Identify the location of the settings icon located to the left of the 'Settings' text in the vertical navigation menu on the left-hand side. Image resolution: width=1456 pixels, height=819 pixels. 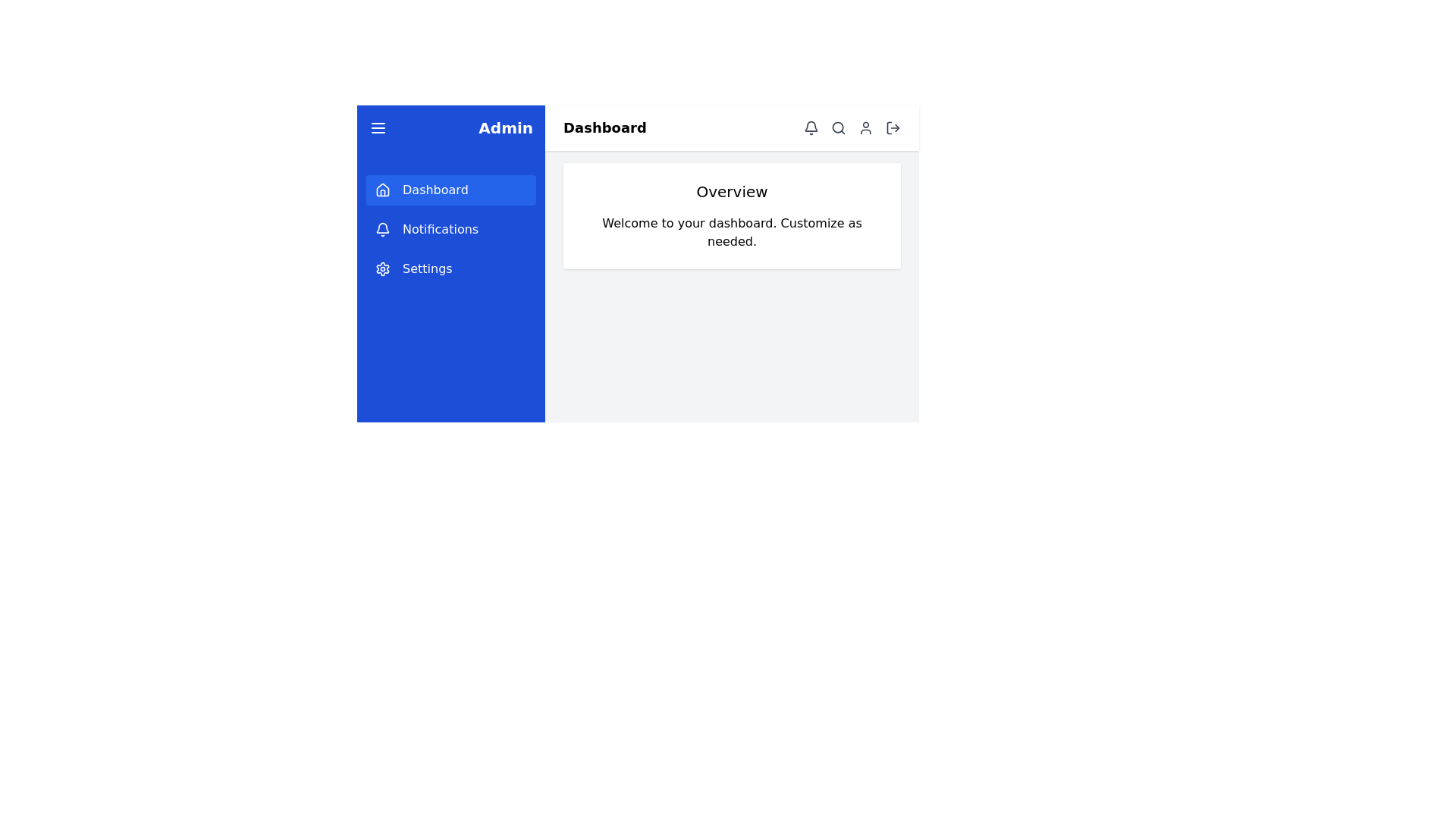
(382, 268).